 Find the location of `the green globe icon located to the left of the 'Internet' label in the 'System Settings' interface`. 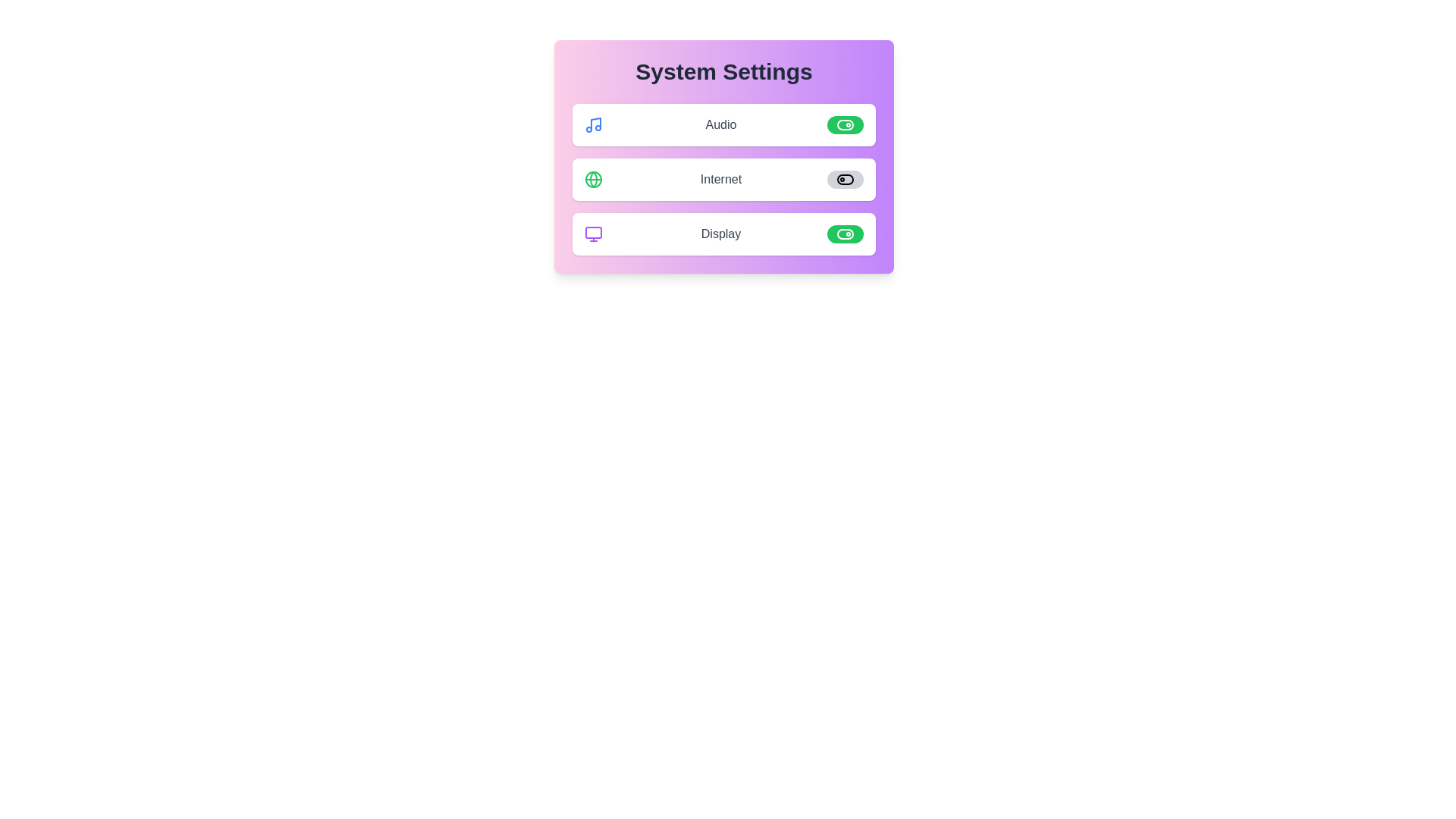

the green globe icon located to the left of the 'Internet' label in the 'System Settings' interface is located at coordinates (592, 178).